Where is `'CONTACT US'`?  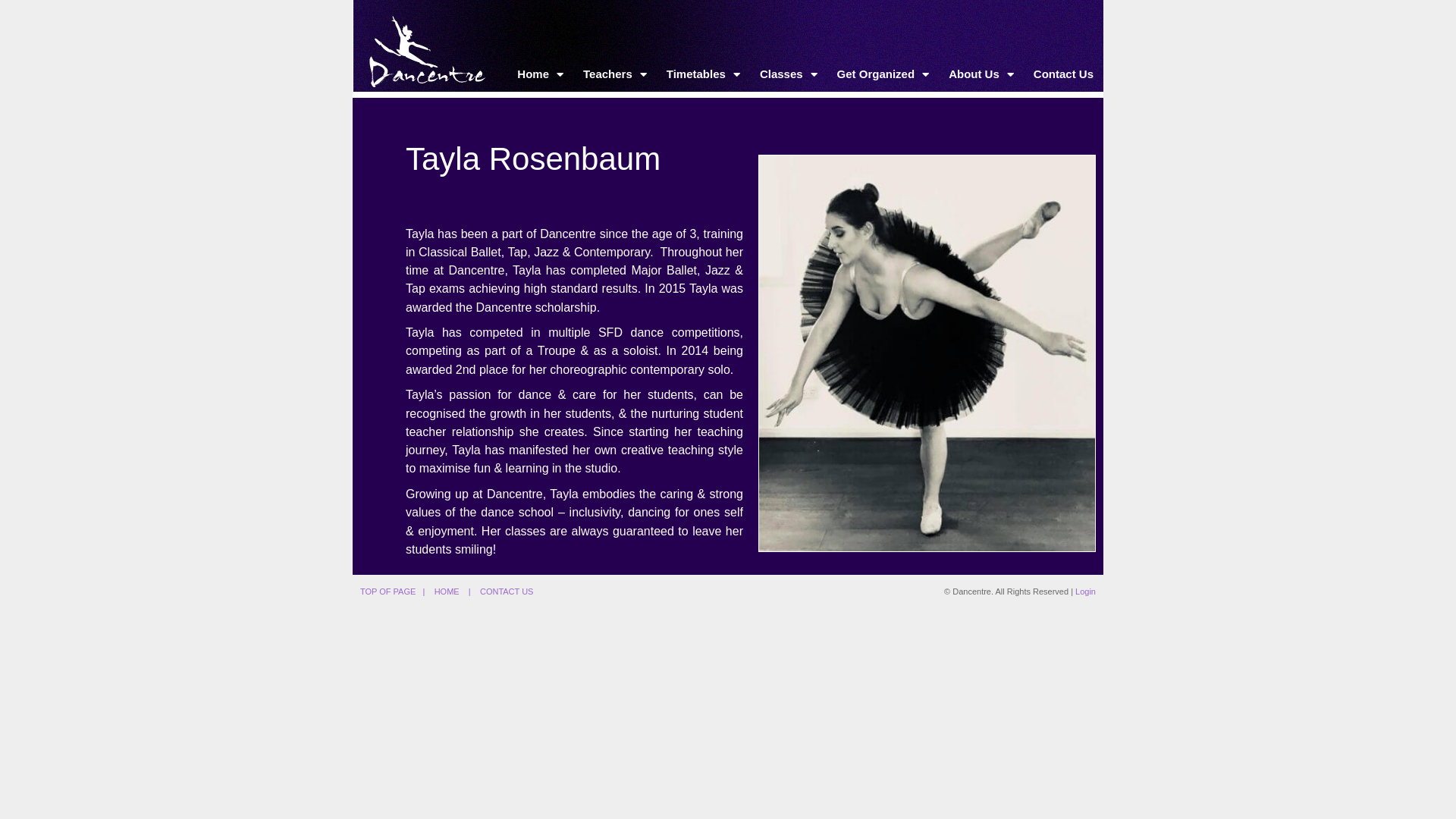 'CONTACT US' is located at coordinates (507, 590).